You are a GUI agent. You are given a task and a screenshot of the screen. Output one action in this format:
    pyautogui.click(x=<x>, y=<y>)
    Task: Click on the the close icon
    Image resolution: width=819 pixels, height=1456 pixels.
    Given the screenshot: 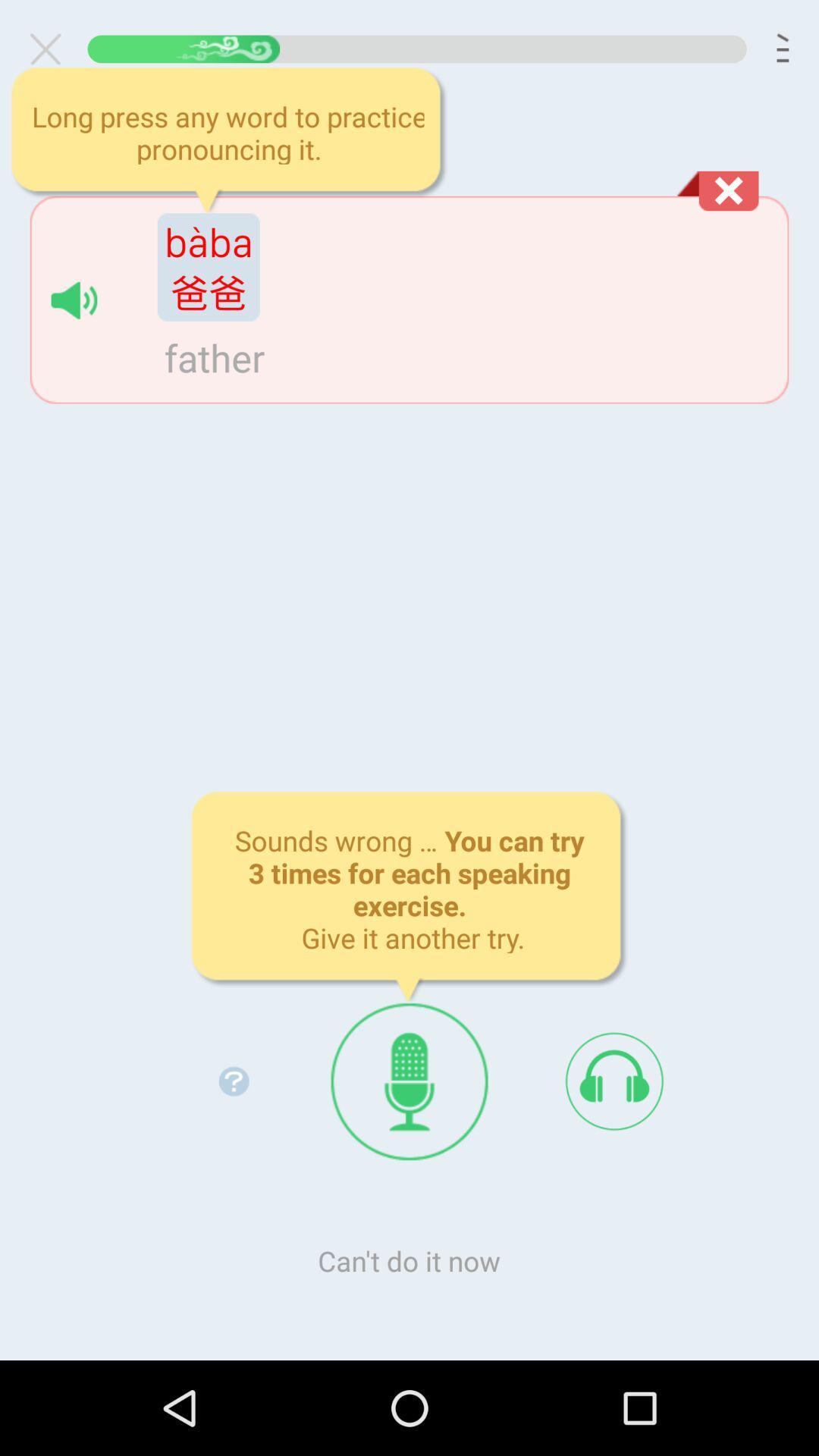 What is the action you would take?
    pyautogui.click(x=51, y=52)
    